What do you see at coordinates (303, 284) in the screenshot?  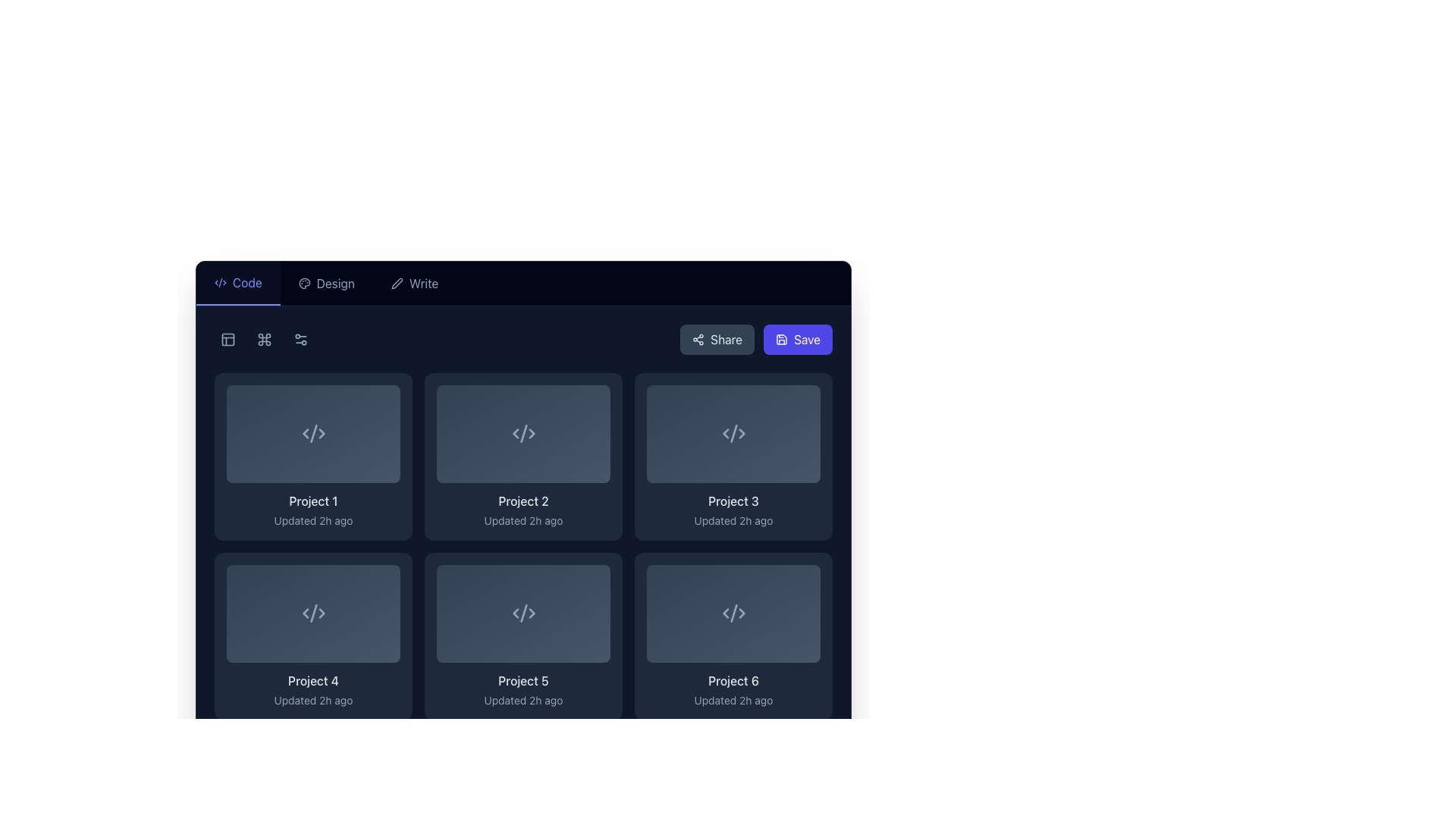 I see `the SVG icon representing a palette, located towards the top left corner of the interface` at bounding box center [303, 284].